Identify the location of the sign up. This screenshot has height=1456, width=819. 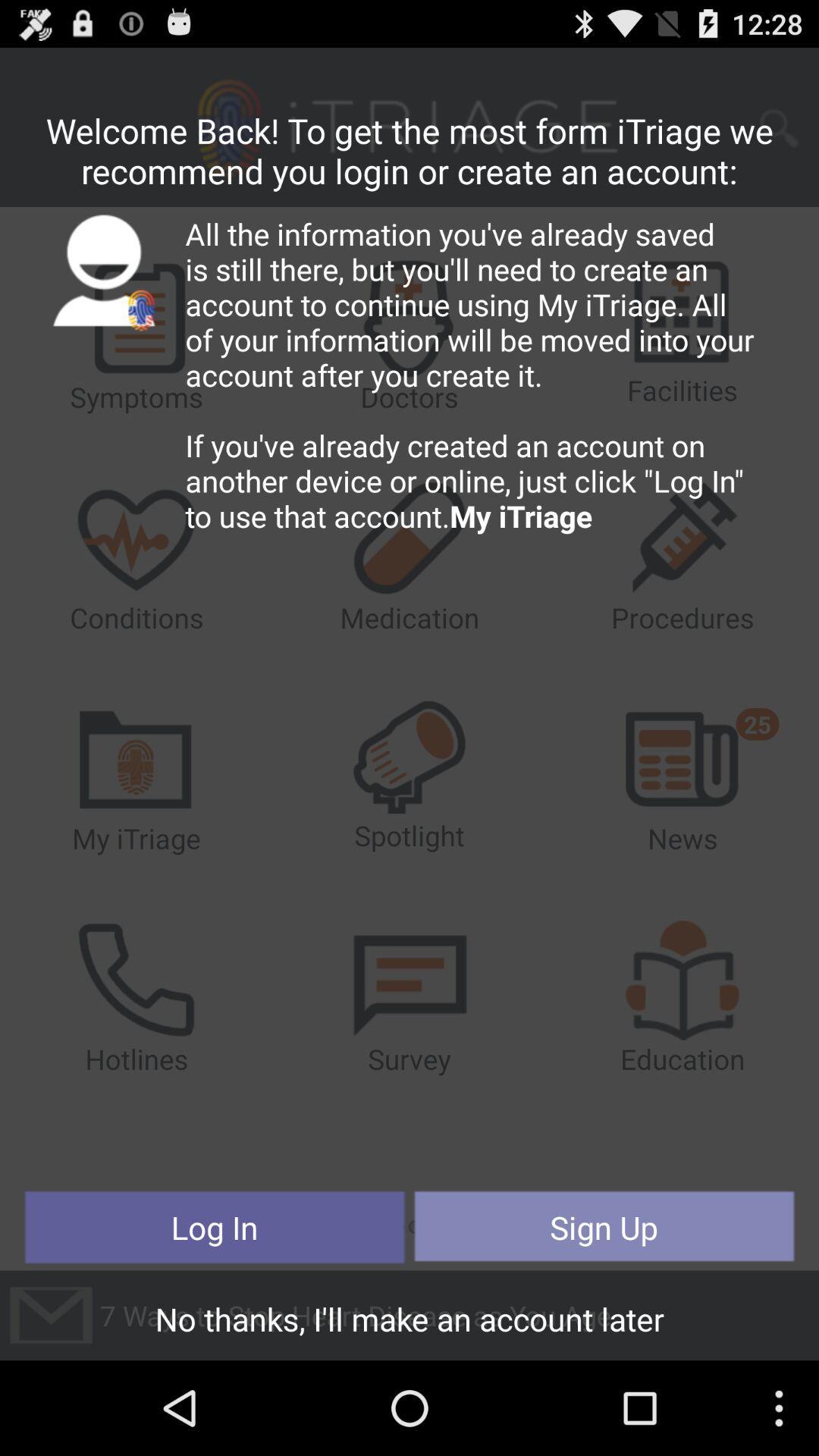
(603, 1227).